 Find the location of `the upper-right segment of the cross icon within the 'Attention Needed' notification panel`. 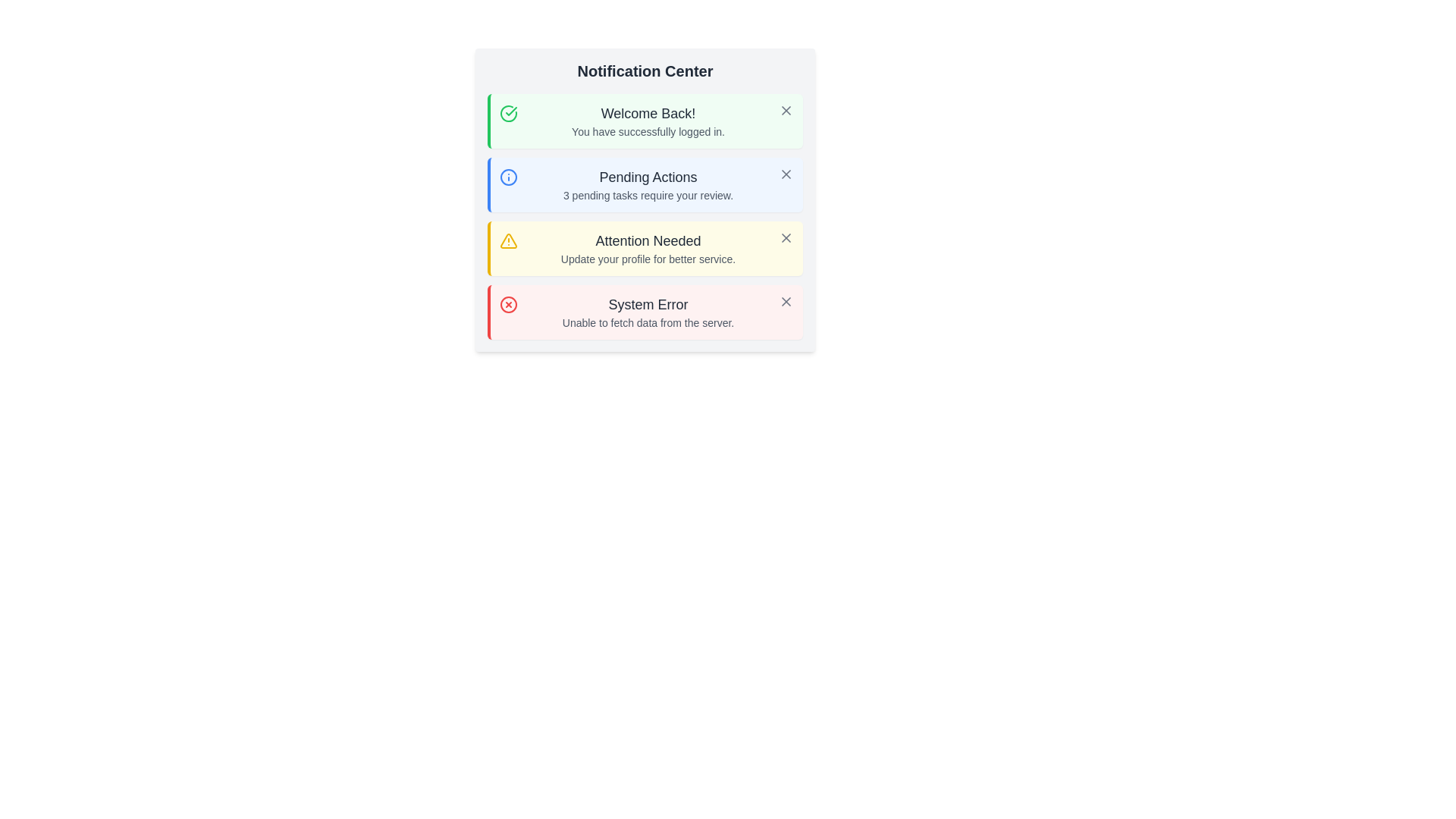

the upper-right segment of the cross icon within the 'Attention Needed' notification panel is located at coordinates (786, 237).